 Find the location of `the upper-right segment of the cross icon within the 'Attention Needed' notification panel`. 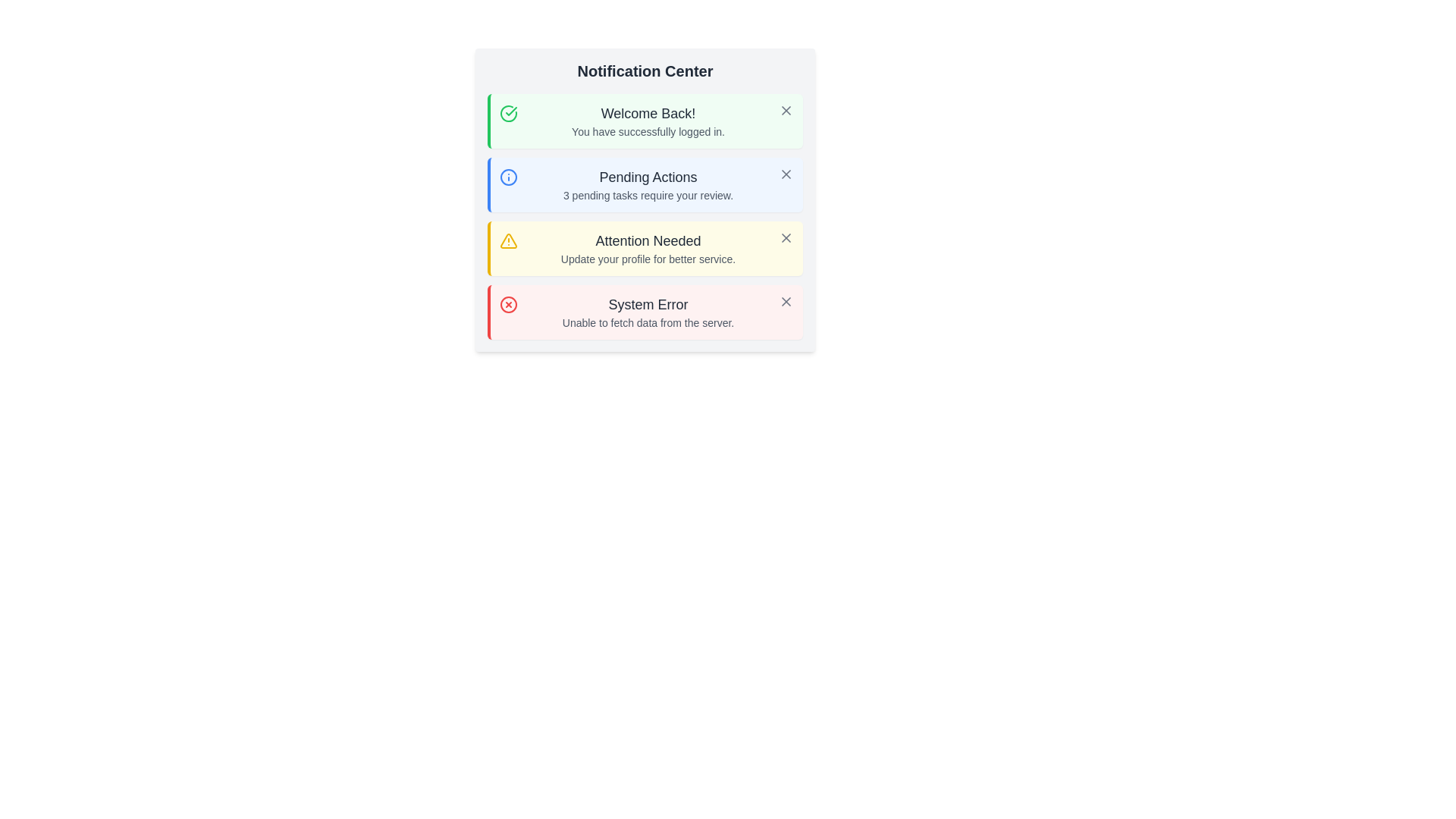

the upper-right segment of the cross icon within the 'Attention Needed' notification panel is located at coordinates (786, 237).